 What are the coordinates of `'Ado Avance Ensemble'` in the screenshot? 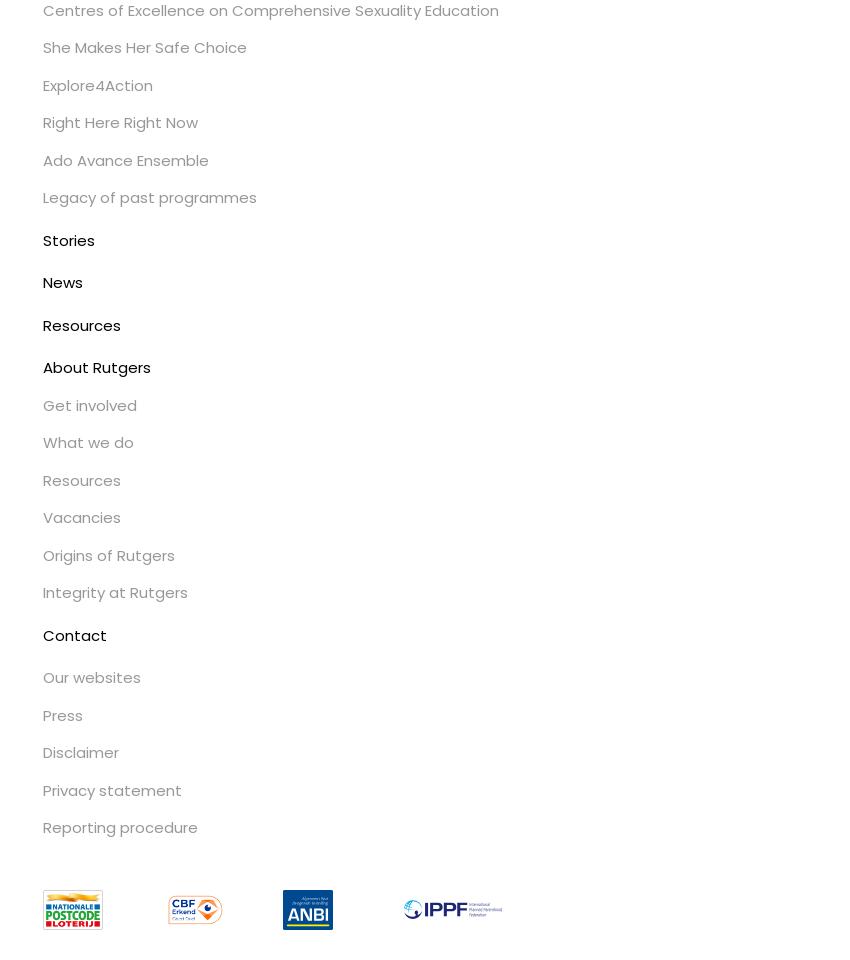 It's located at (124, 158).